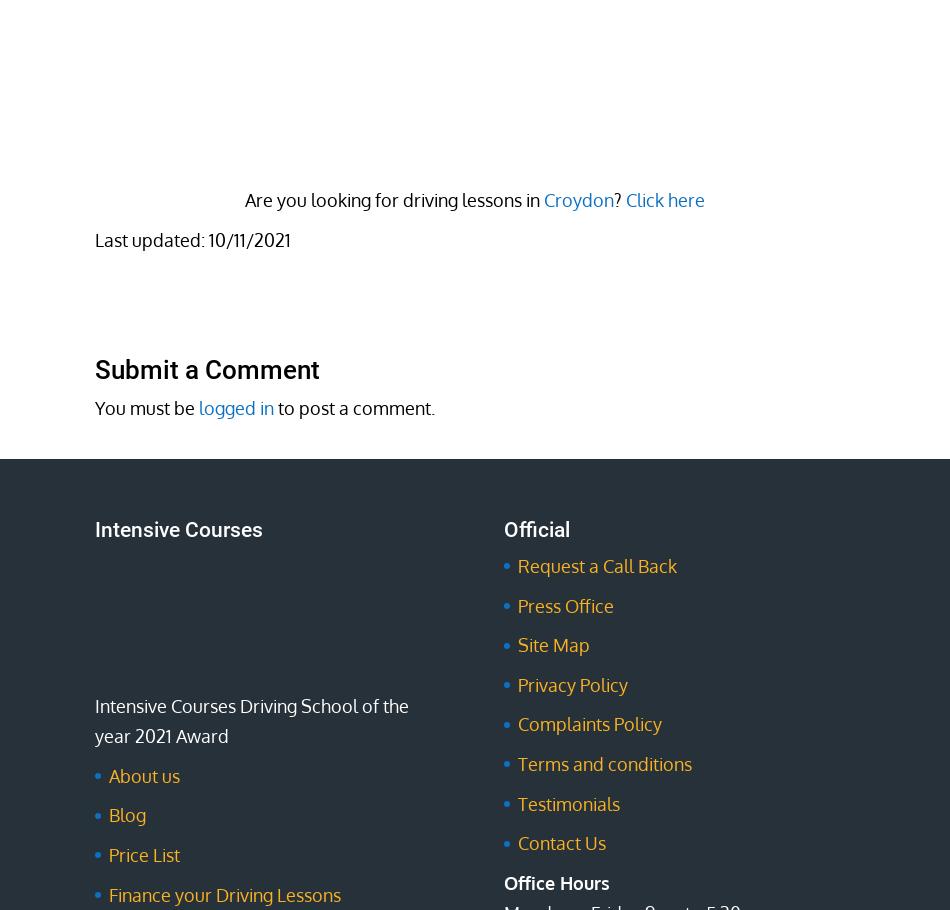 This screenshot has height=910, width=950. Describe the element at coordinates (207, 369) in the screenshot. I see `'Submit a Comment'` at that location.